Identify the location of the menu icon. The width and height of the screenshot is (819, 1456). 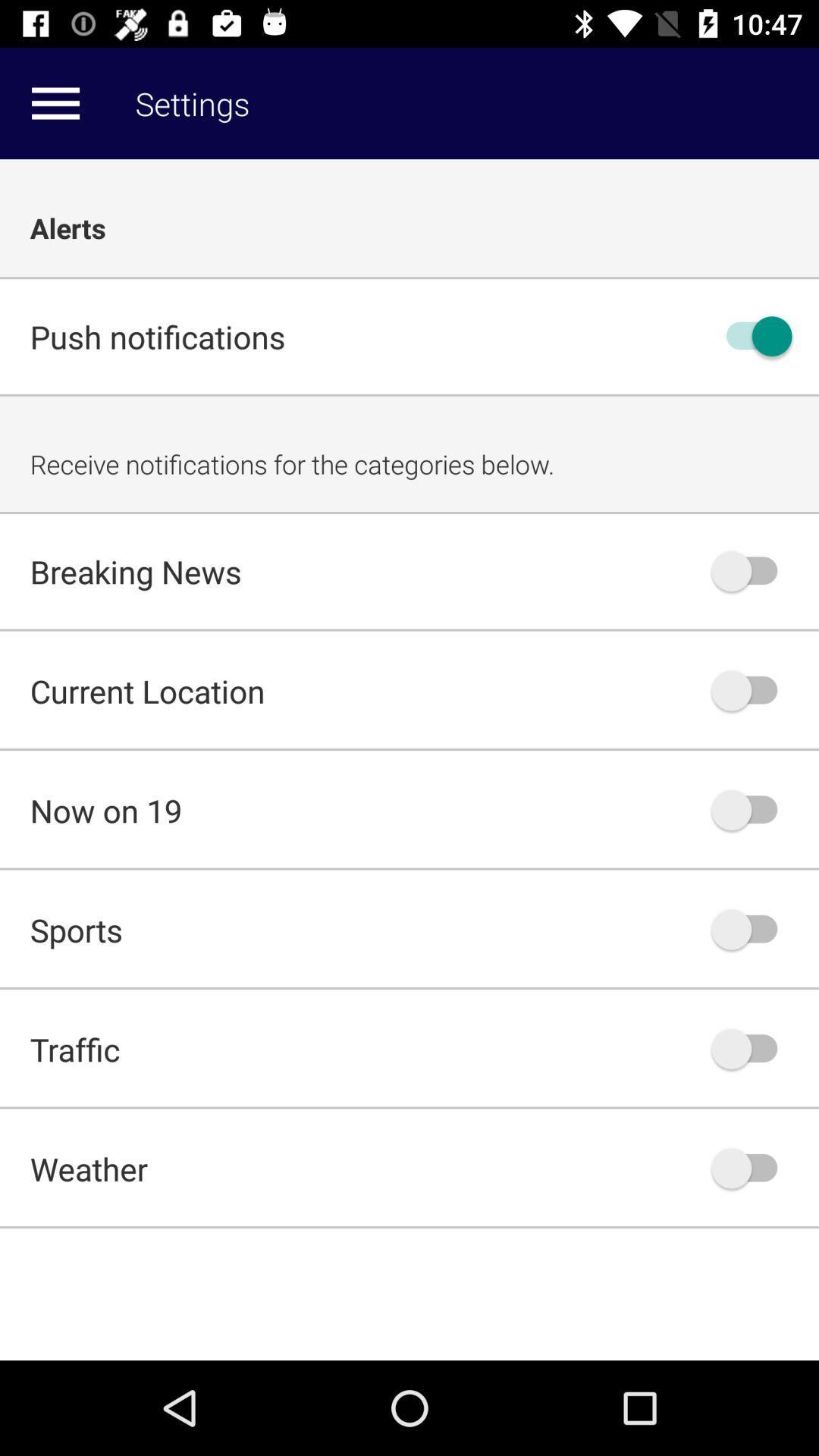
(55, 102).